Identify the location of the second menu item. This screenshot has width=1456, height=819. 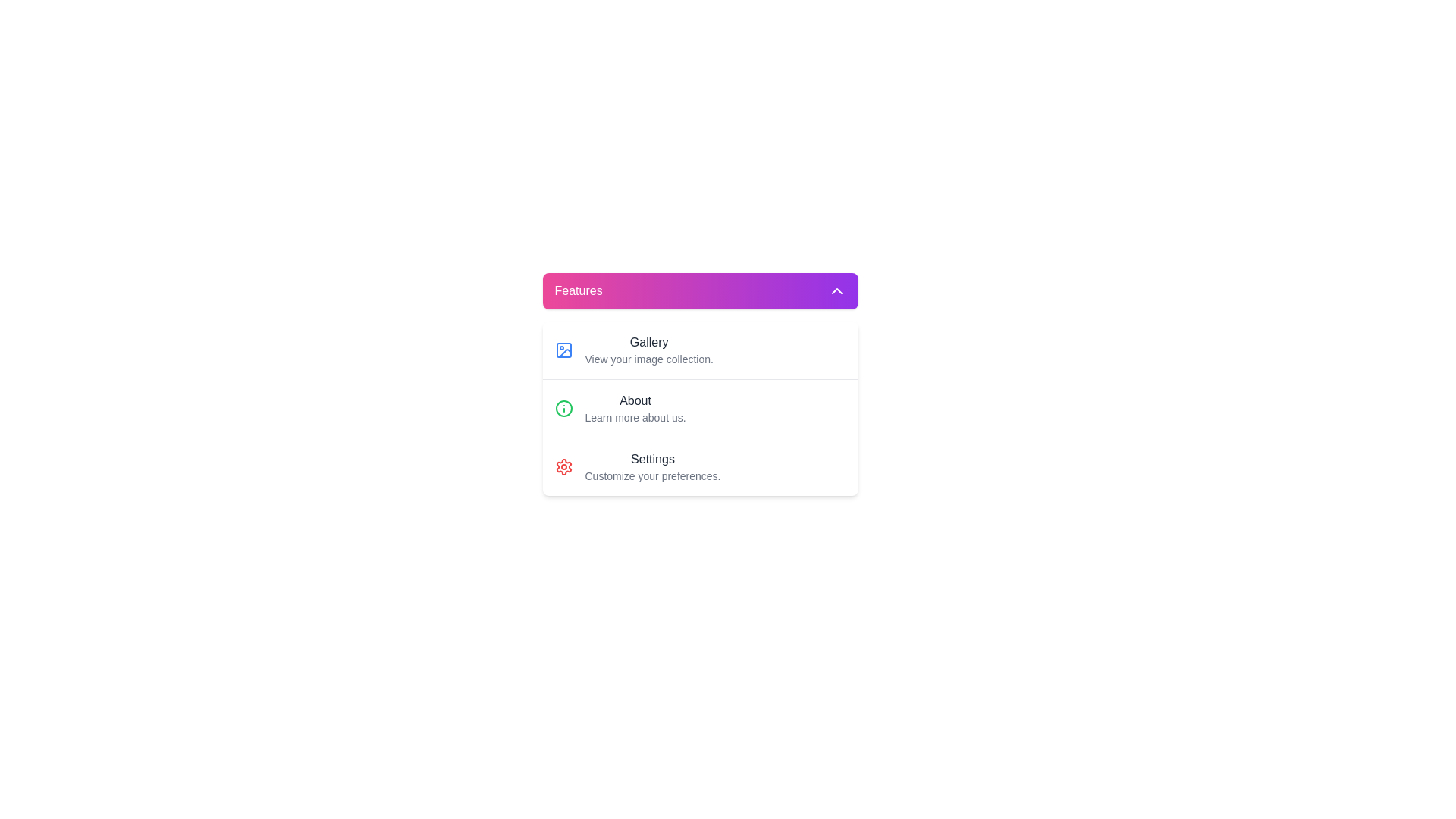
(699, 394).